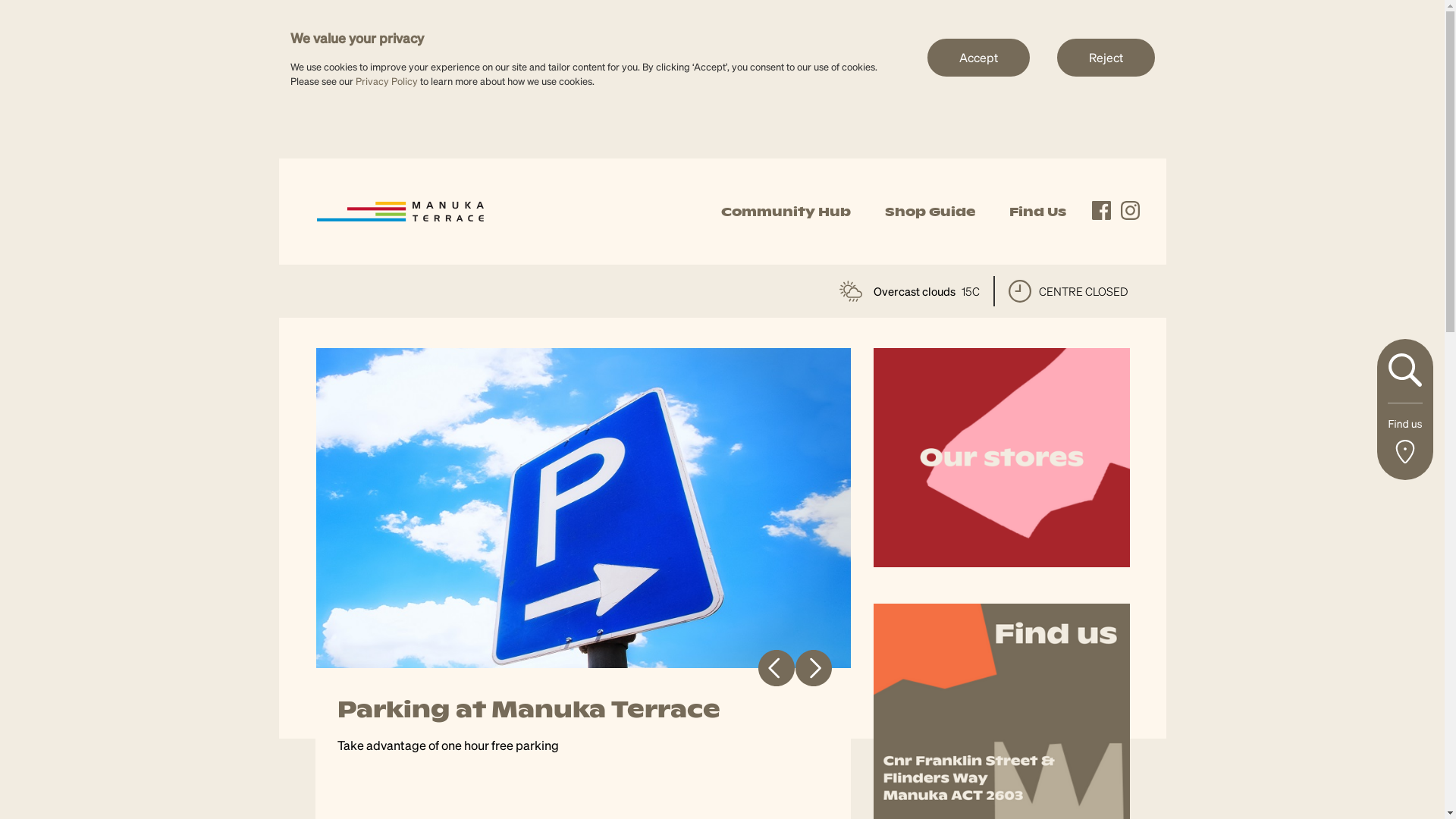  Describe the element at coordinates (776, 667) in the screenshot. I see `'Previous'` at that location.